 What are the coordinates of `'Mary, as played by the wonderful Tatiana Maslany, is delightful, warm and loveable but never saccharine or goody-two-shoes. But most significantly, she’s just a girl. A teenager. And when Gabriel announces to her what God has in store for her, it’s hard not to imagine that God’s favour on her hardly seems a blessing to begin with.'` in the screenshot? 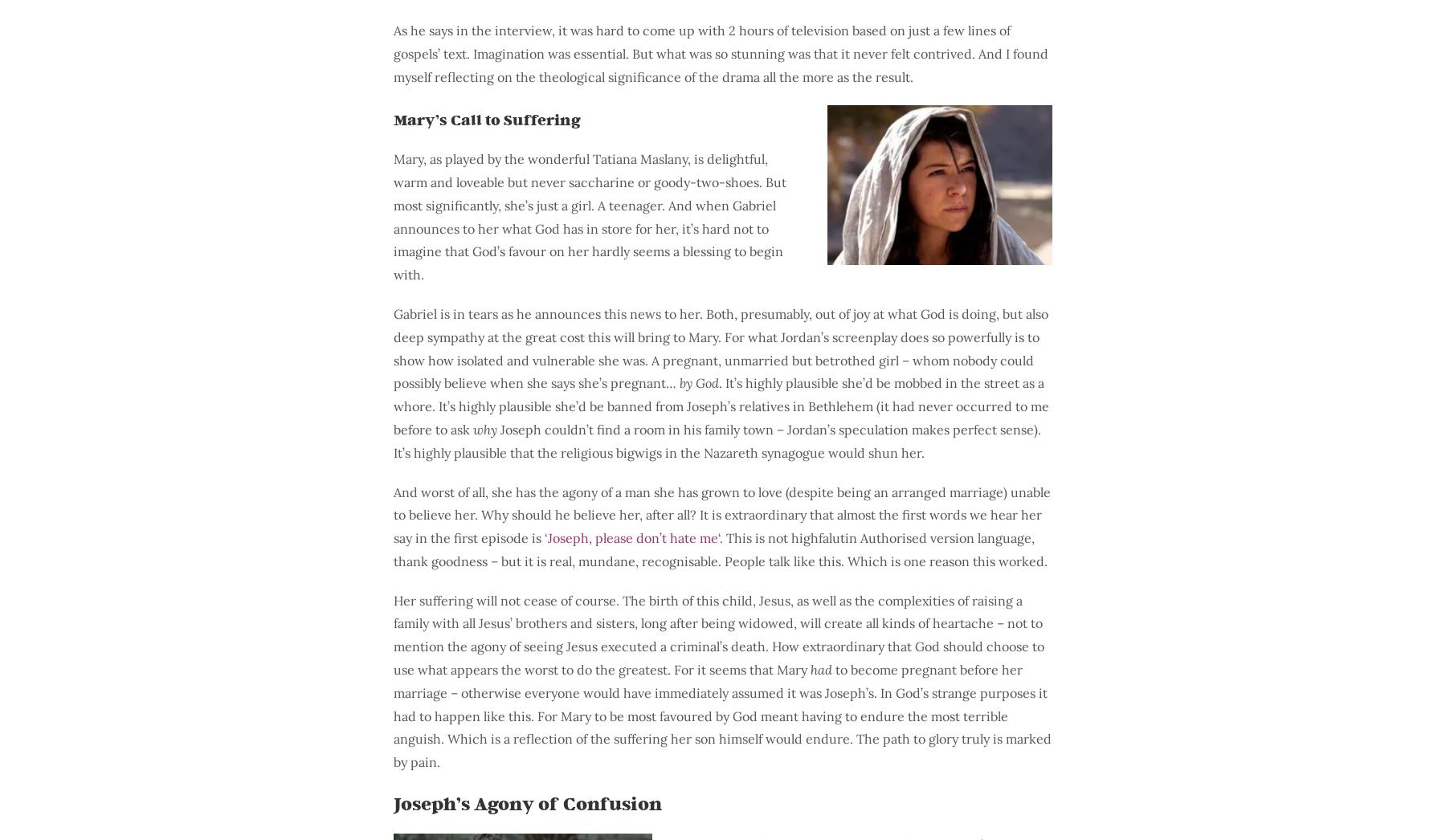 It's located at (589, 216).